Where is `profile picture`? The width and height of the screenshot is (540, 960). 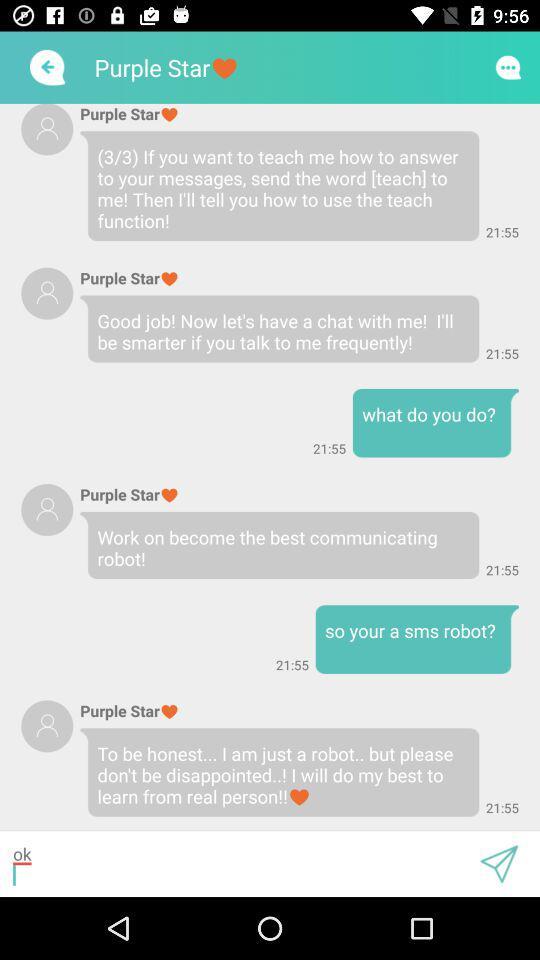 profile picture is located at coordinates (47, 128).